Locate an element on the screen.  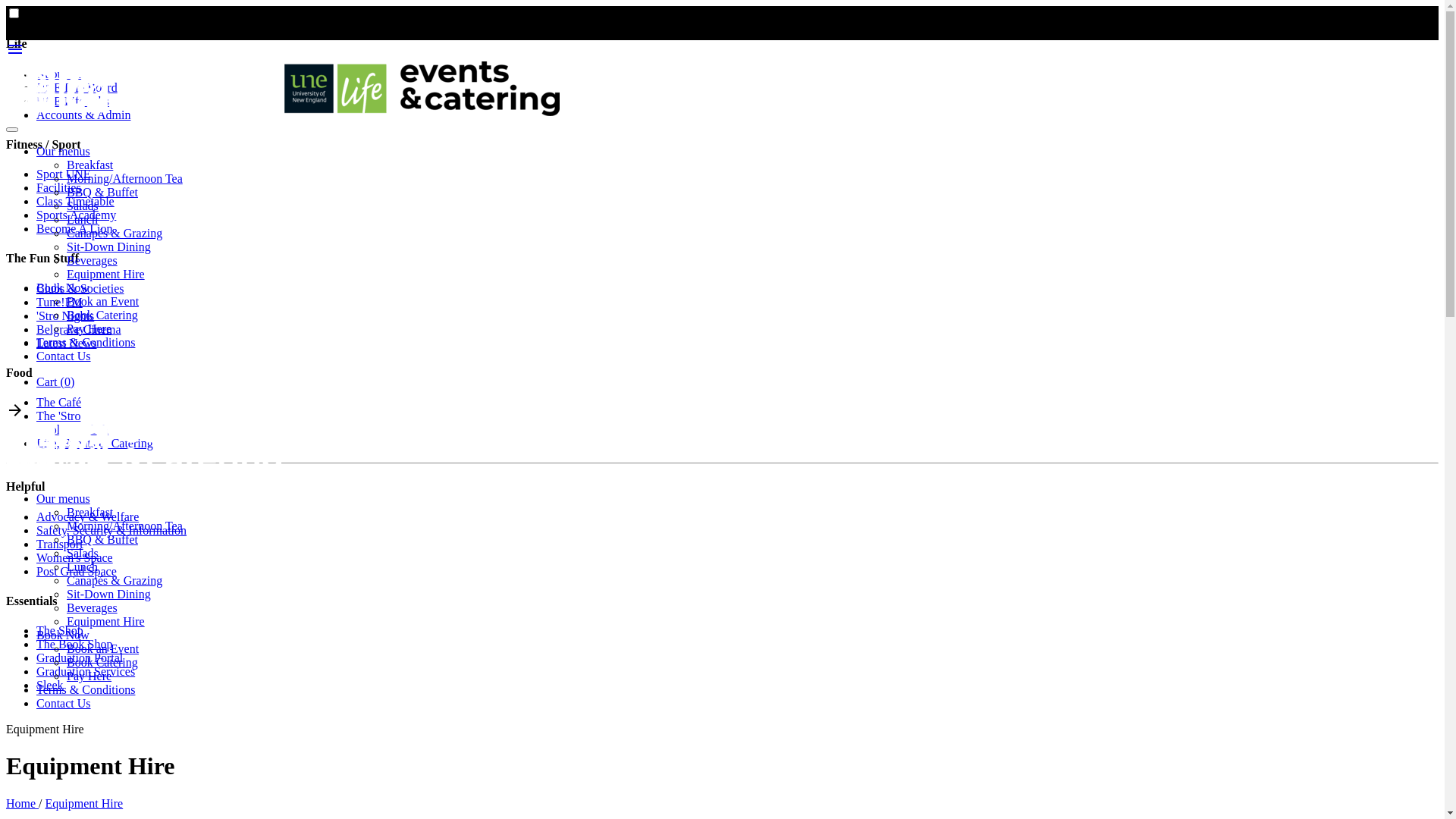
'Post Grad Space' is located at coordinates (75, 571).